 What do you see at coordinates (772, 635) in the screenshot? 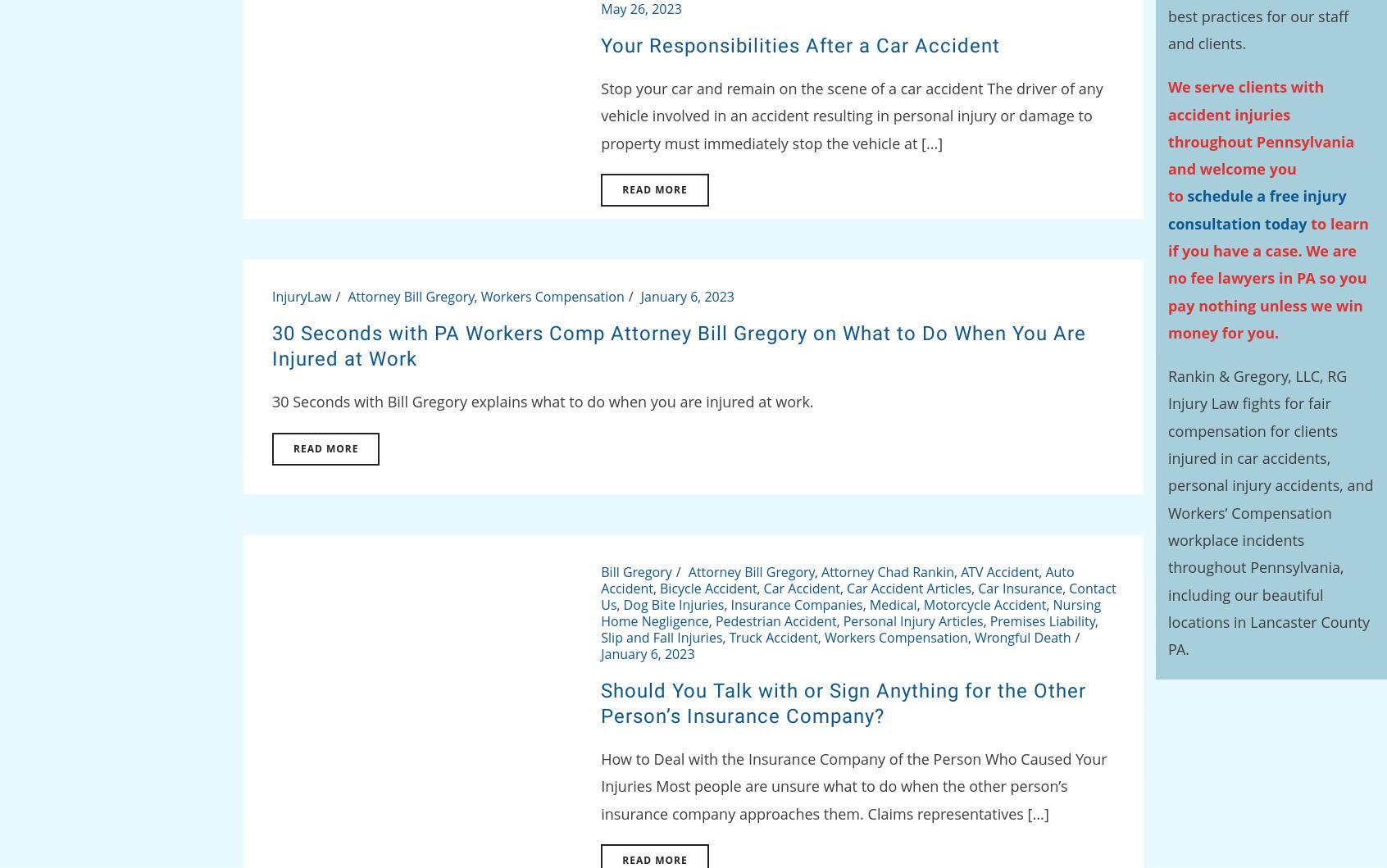
I see `'Truck Accident'` at bounding box center [772, 635].